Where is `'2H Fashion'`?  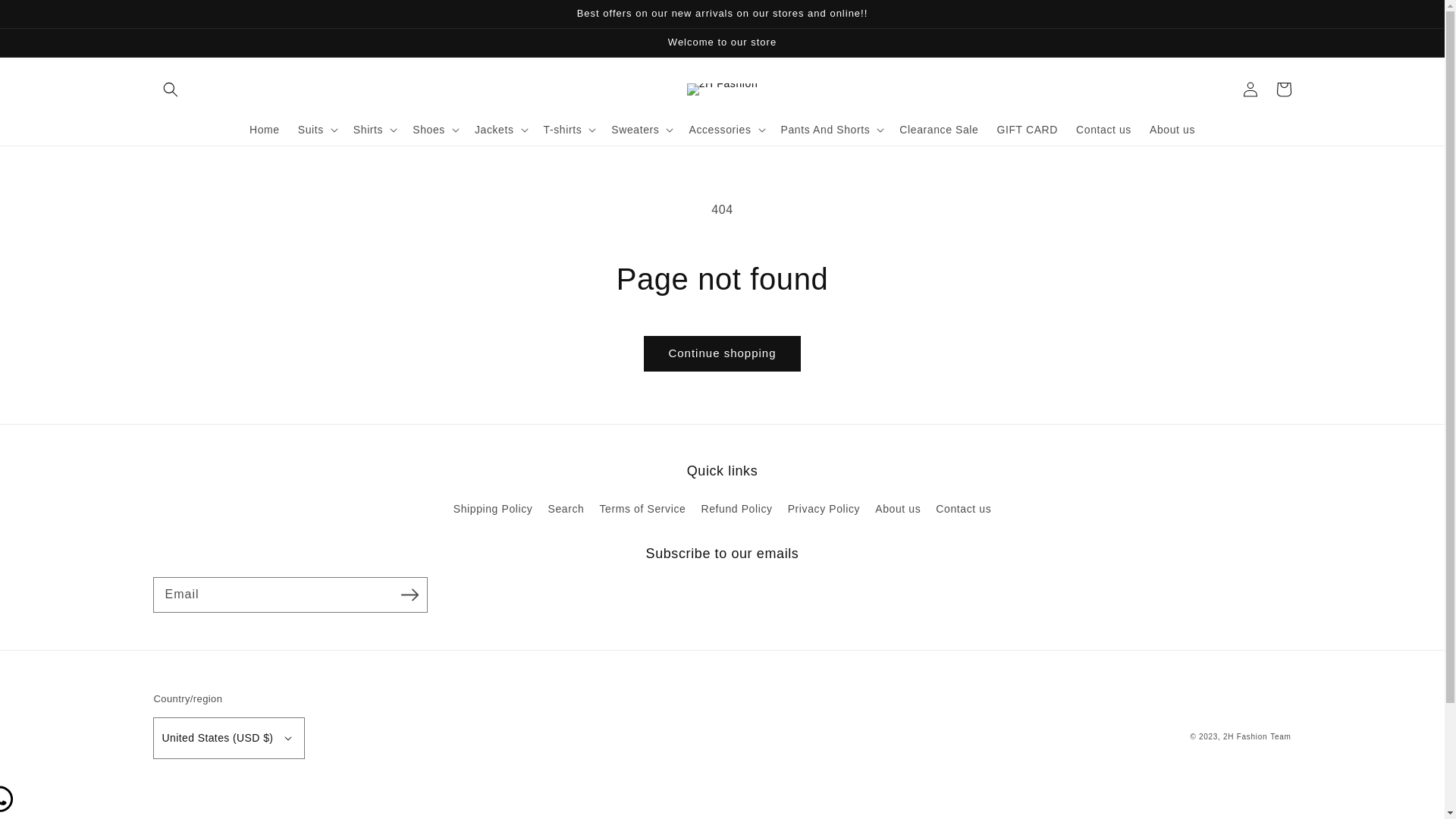 '2H Fashion' is located at coordinates (1244, 736).